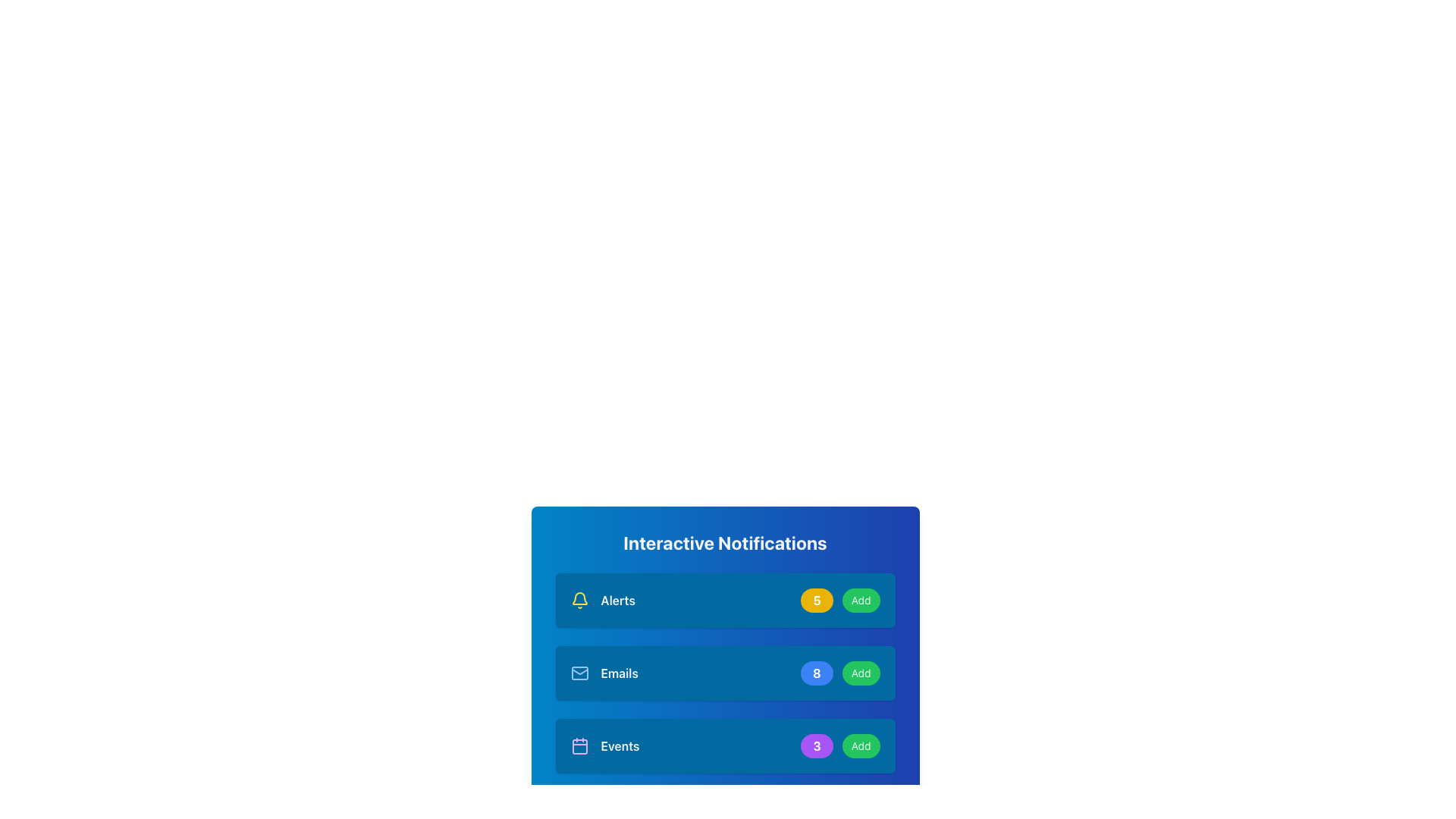  What do you see at coordinates (604, 672) in the screenshot?
I see `the 'Emails' text label with an icon, which is styled in bold typography and is part of a blue rounded rectangle panel` at bounding box center [604, 672].